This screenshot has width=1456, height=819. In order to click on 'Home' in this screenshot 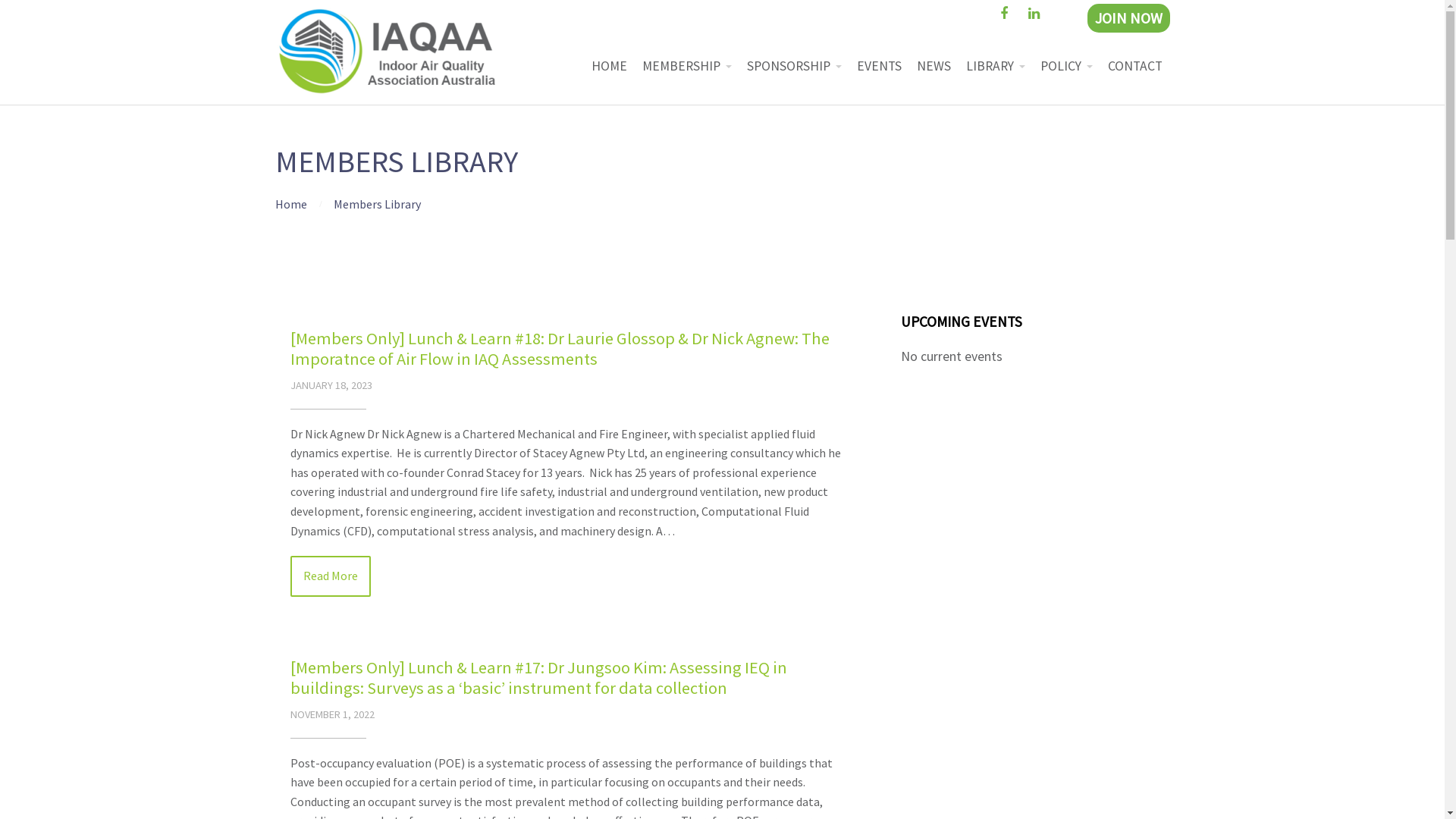, I will do `click(290, 203)`.